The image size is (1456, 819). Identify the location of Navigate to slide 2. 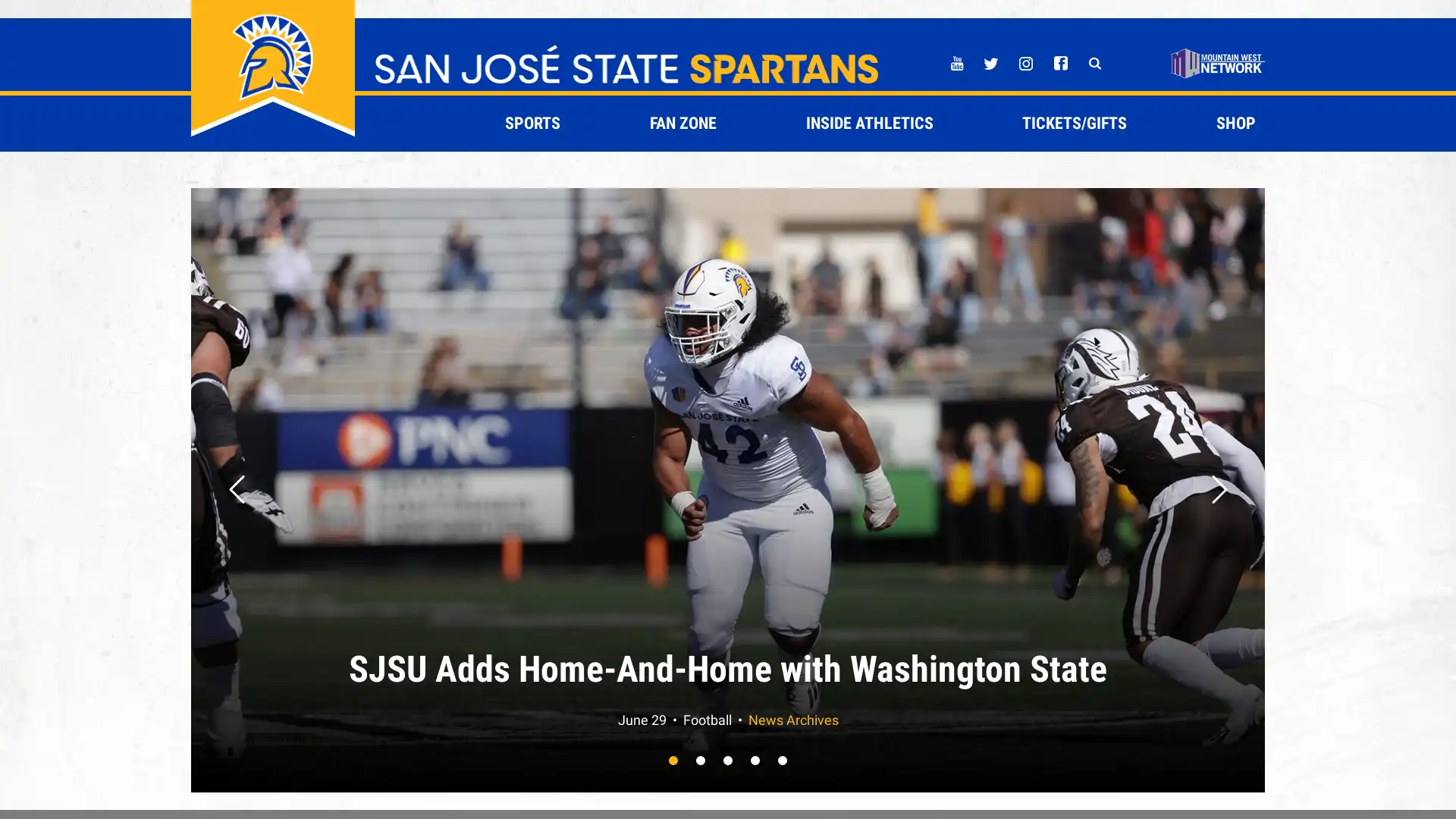
(700, 760).